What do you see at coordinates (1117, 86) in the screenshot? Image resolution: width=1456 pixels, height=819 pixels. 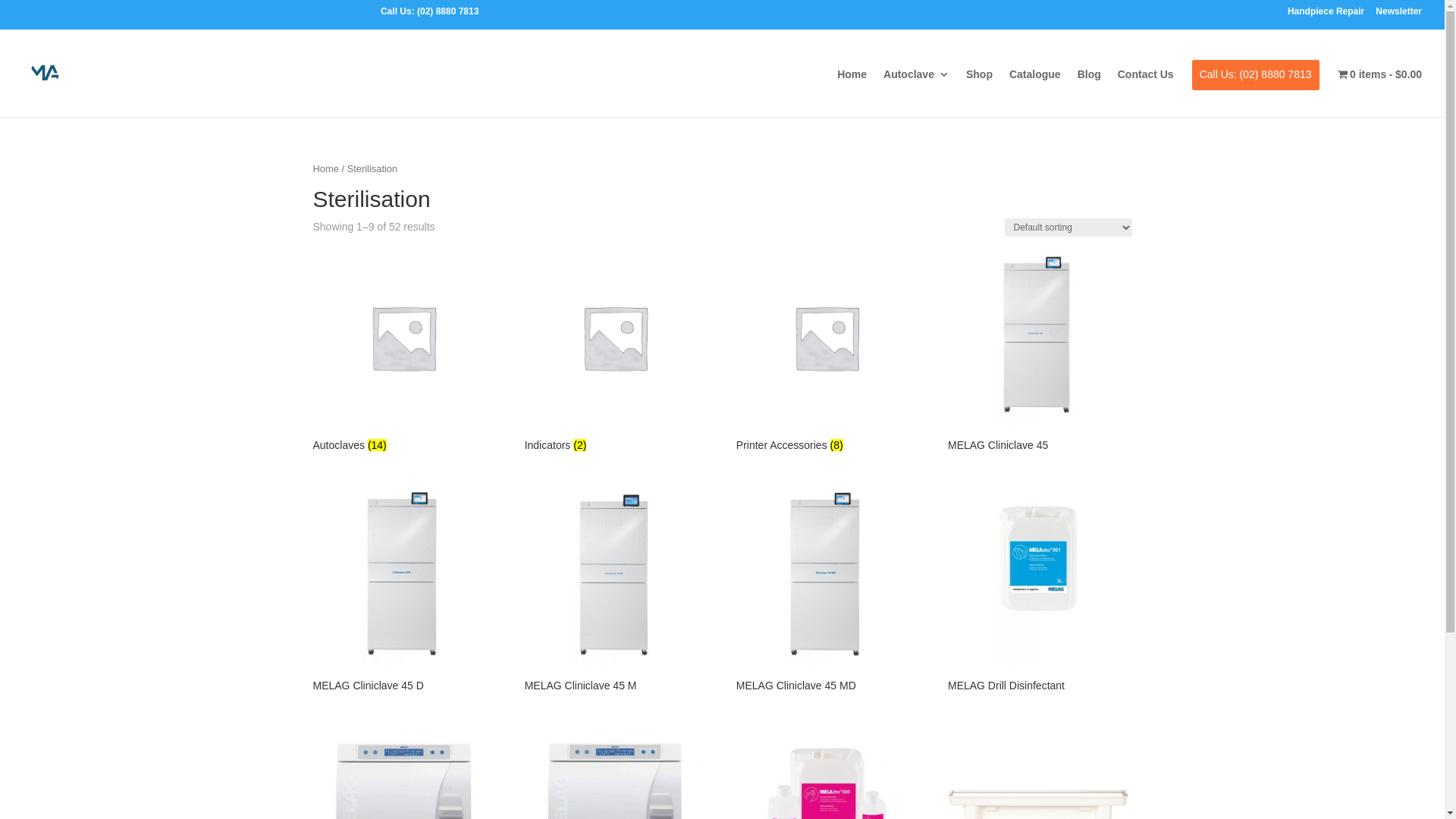 I see `'Contact Us'` at bounding box center [1117, 86].